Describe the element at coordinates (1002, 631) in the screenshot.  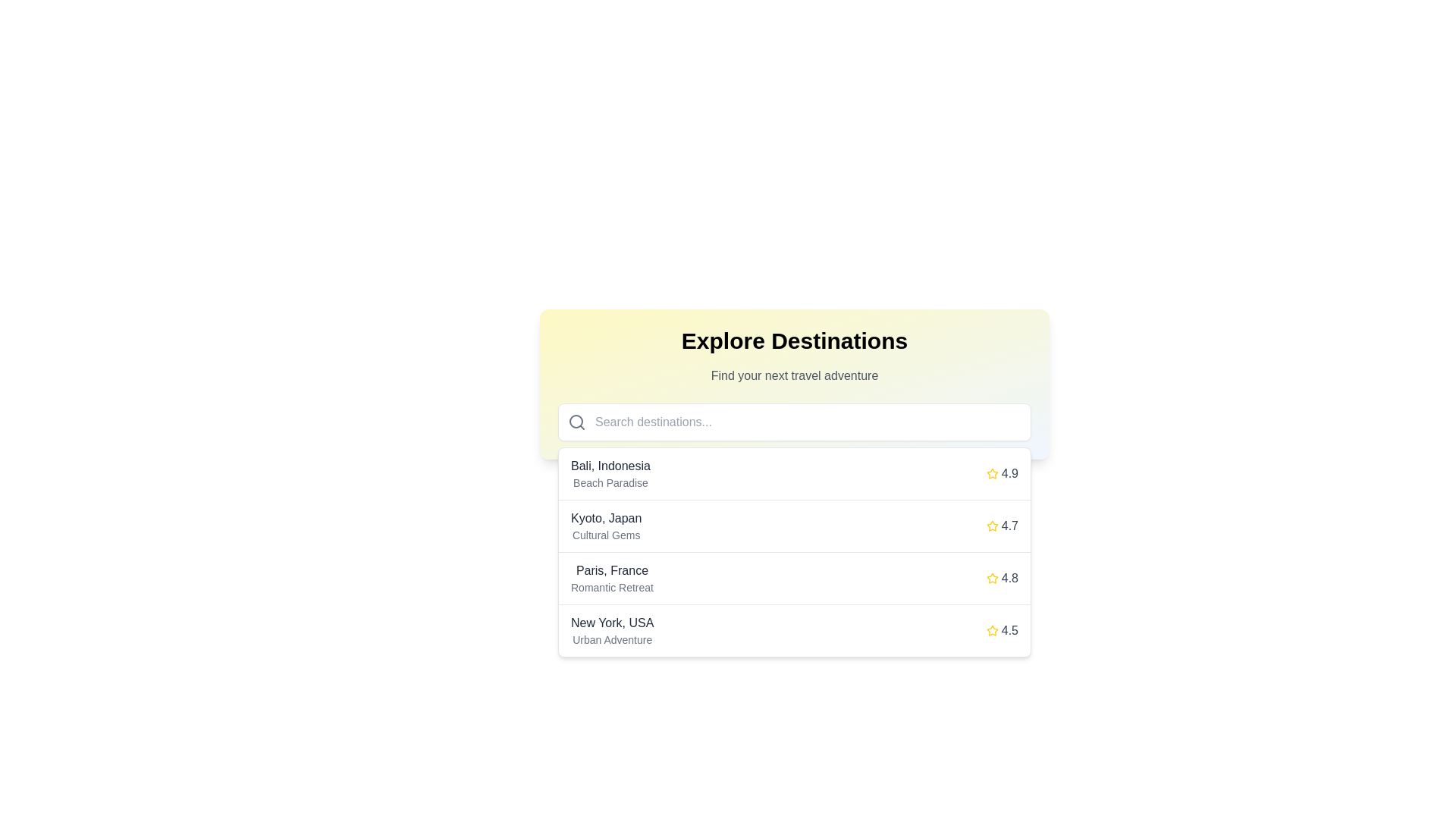
I see `the rating indicator that consists of a yellow star icon and a numeric value of '4.5', positioned to the right of 'New York, USA' and aligned with 'Urban Adventure'` at that location.